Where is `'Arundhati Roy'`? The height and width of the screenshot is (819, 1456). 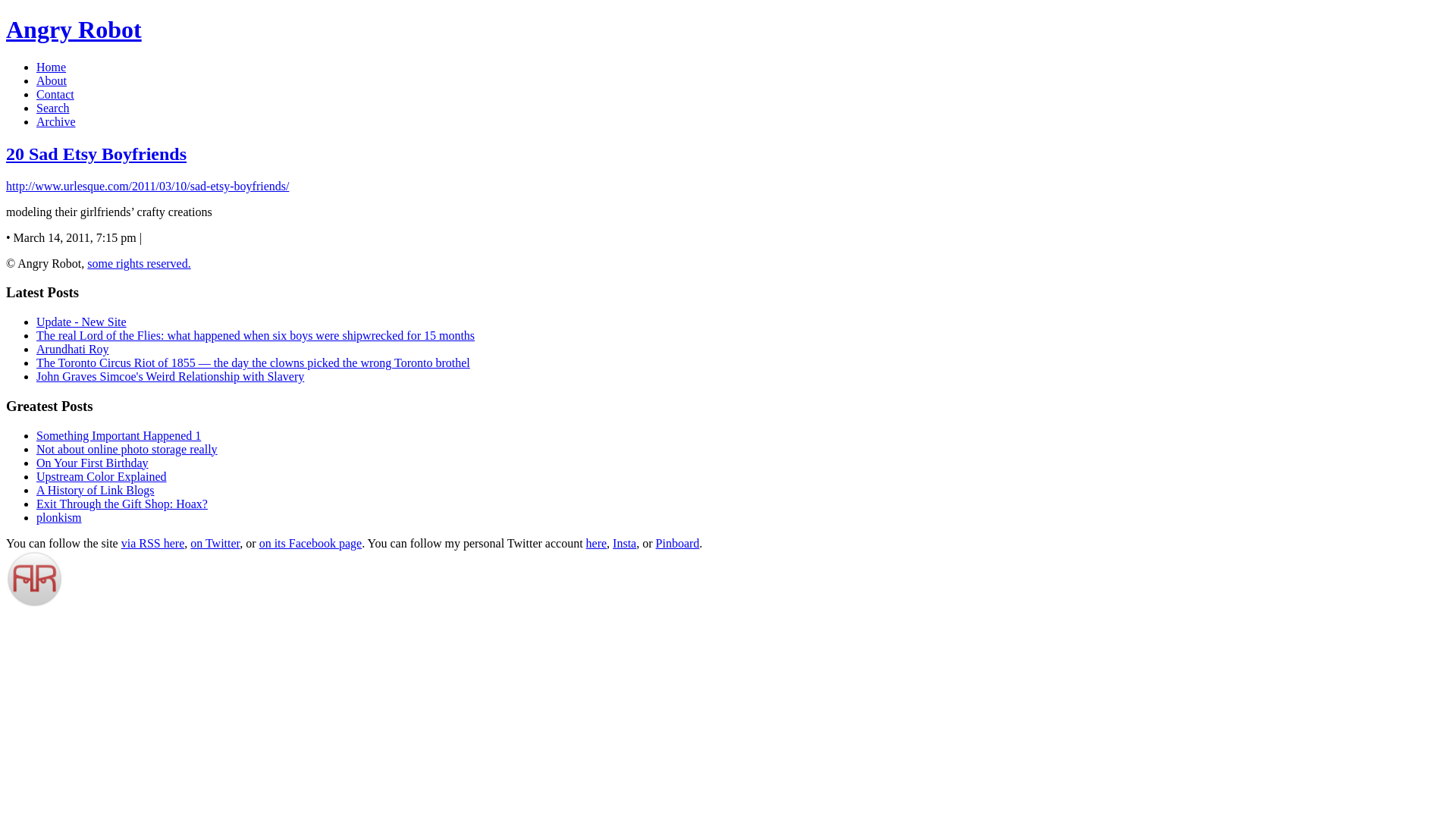 'Arundhati Roy' is located at coordinates (36, 349).